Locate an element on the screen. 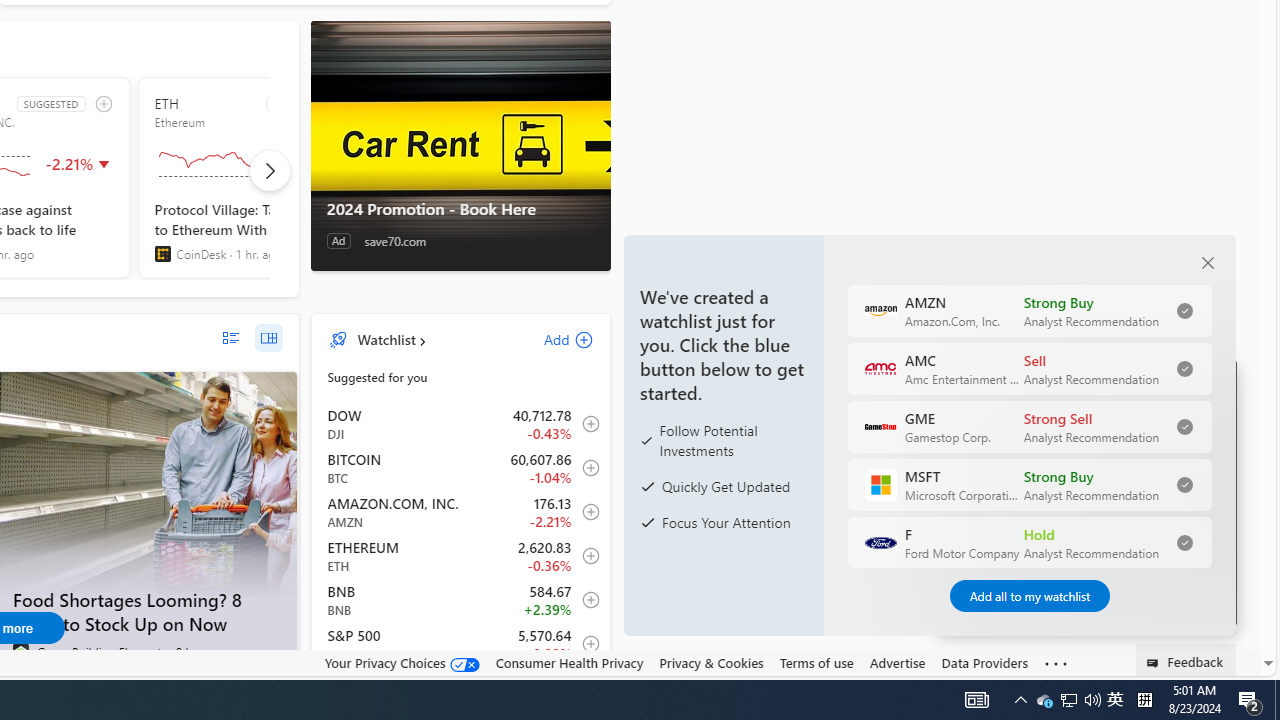 The width and height of the screenshot is (1280, 720). 'Feedback' is located at coordinates (1186, 659).